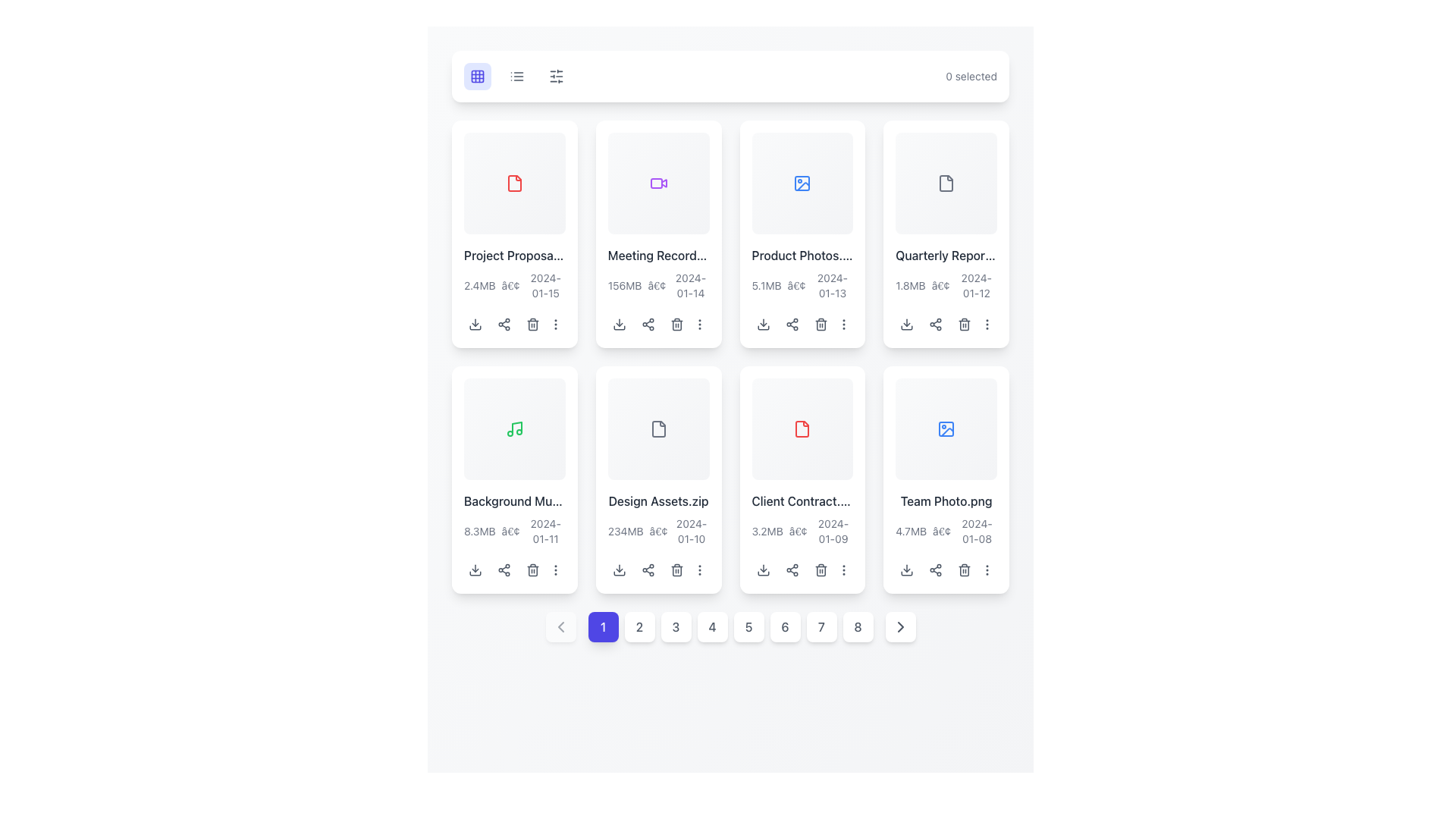 Image resolution: width=1456 pixels, height=819 pixels. What do you see at coordinates (907, 570) in the screenshot?
I see `the leftmost 'download' button with an icon located at the bottom of the card labeled 'Team Photo.png'` at bounding box center [907, 570].